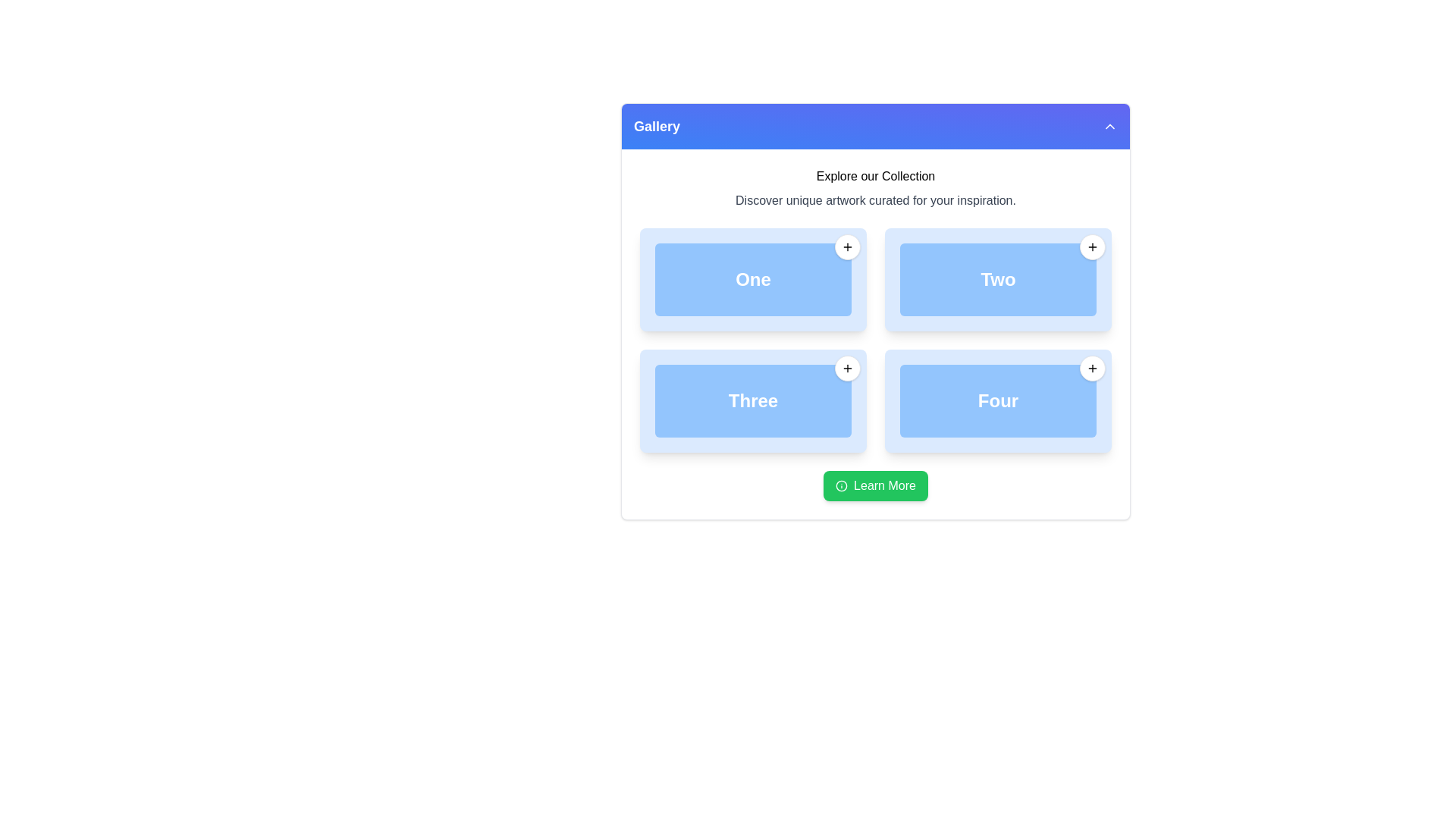 The width and height of the screenshot is (1456, 819). I want to click on the 'Learn More' button with a green background and white text, so click(876, 485).